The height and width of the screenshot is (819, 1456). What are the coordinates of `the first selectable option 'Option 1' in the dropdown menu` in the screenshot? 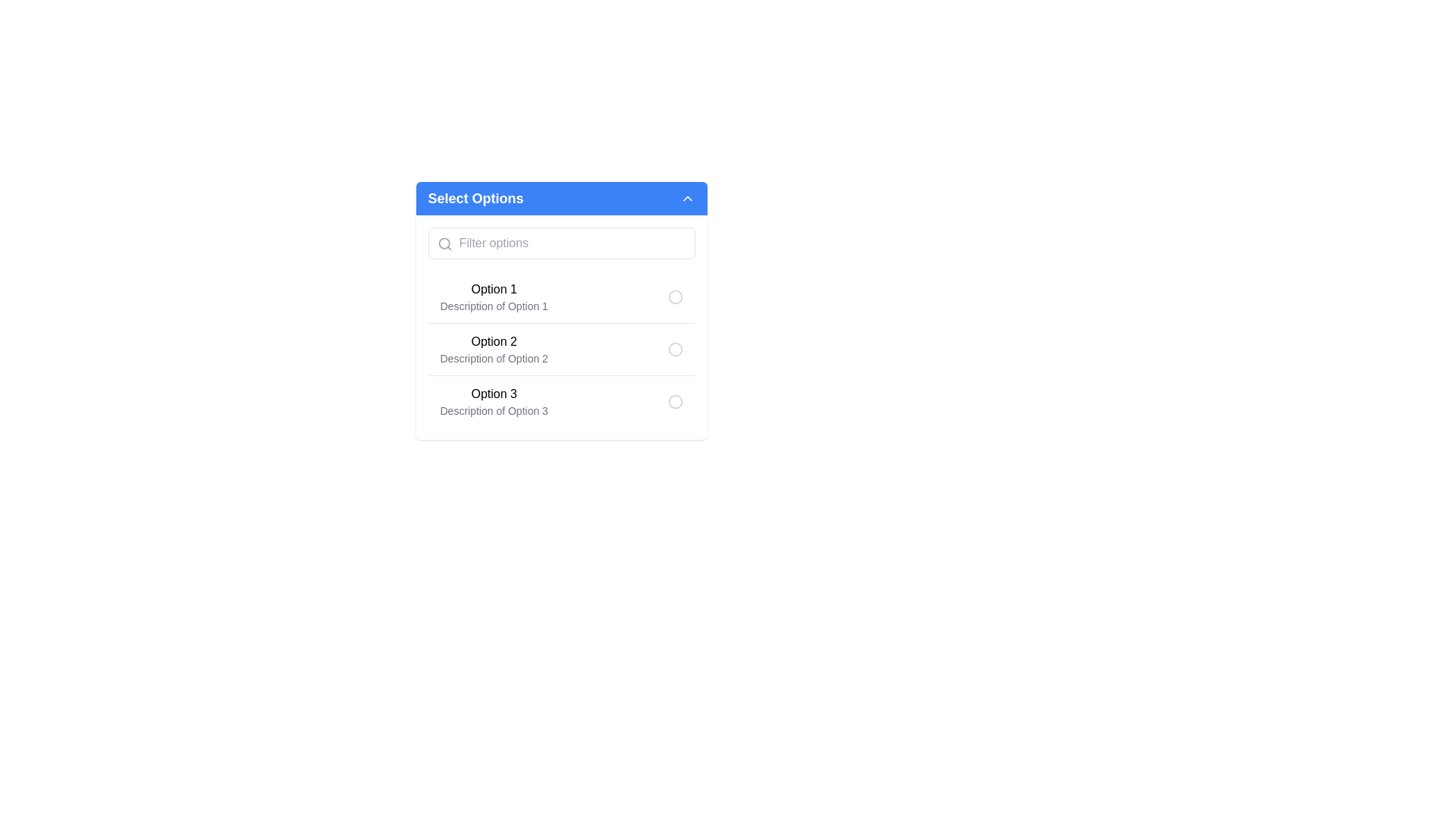 It's located at (560, 297).